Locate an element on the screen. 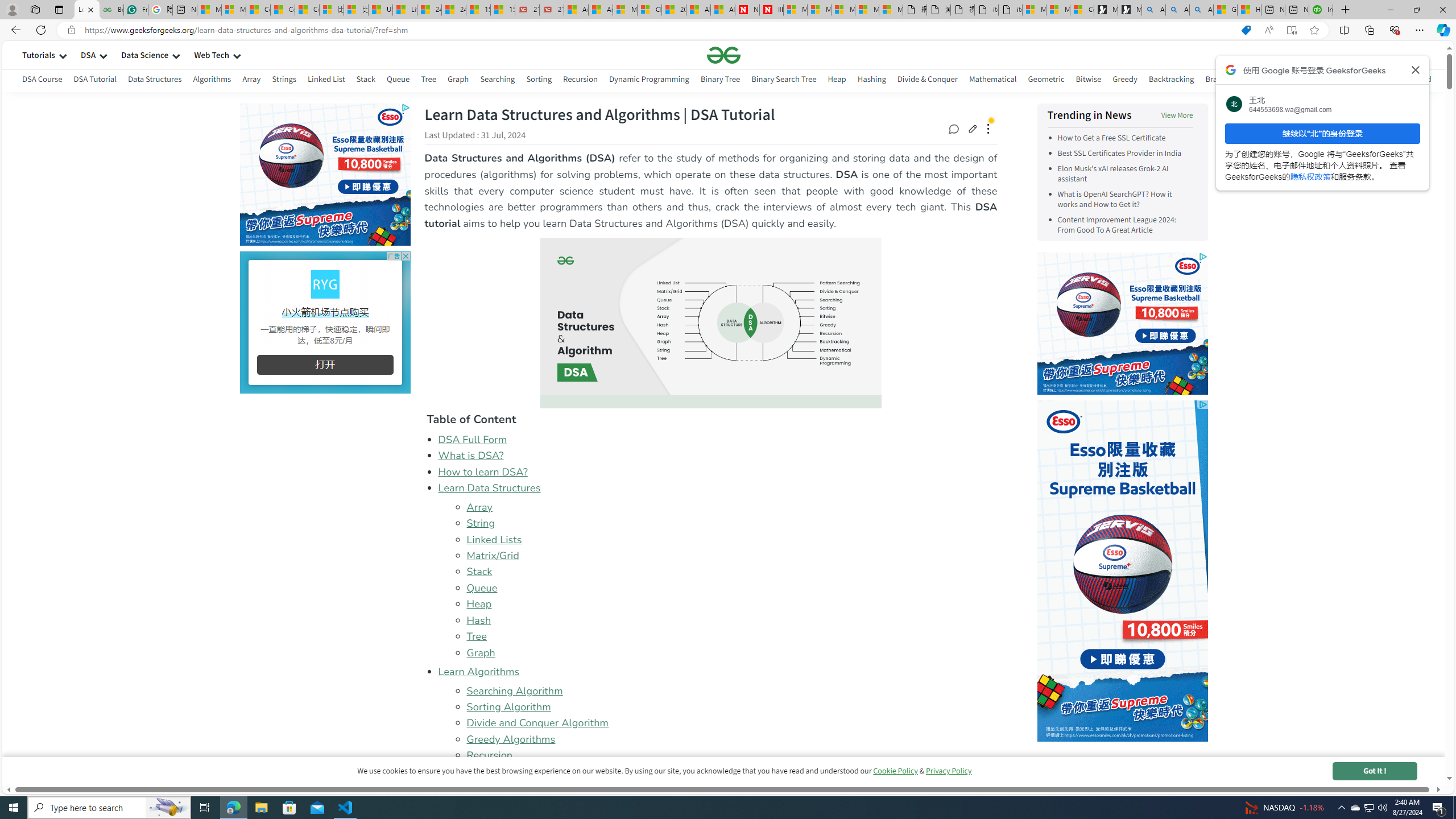 This screenshot has width=1456, height=819. 'DSA Tutorial' is located at coordinates (94, 80).